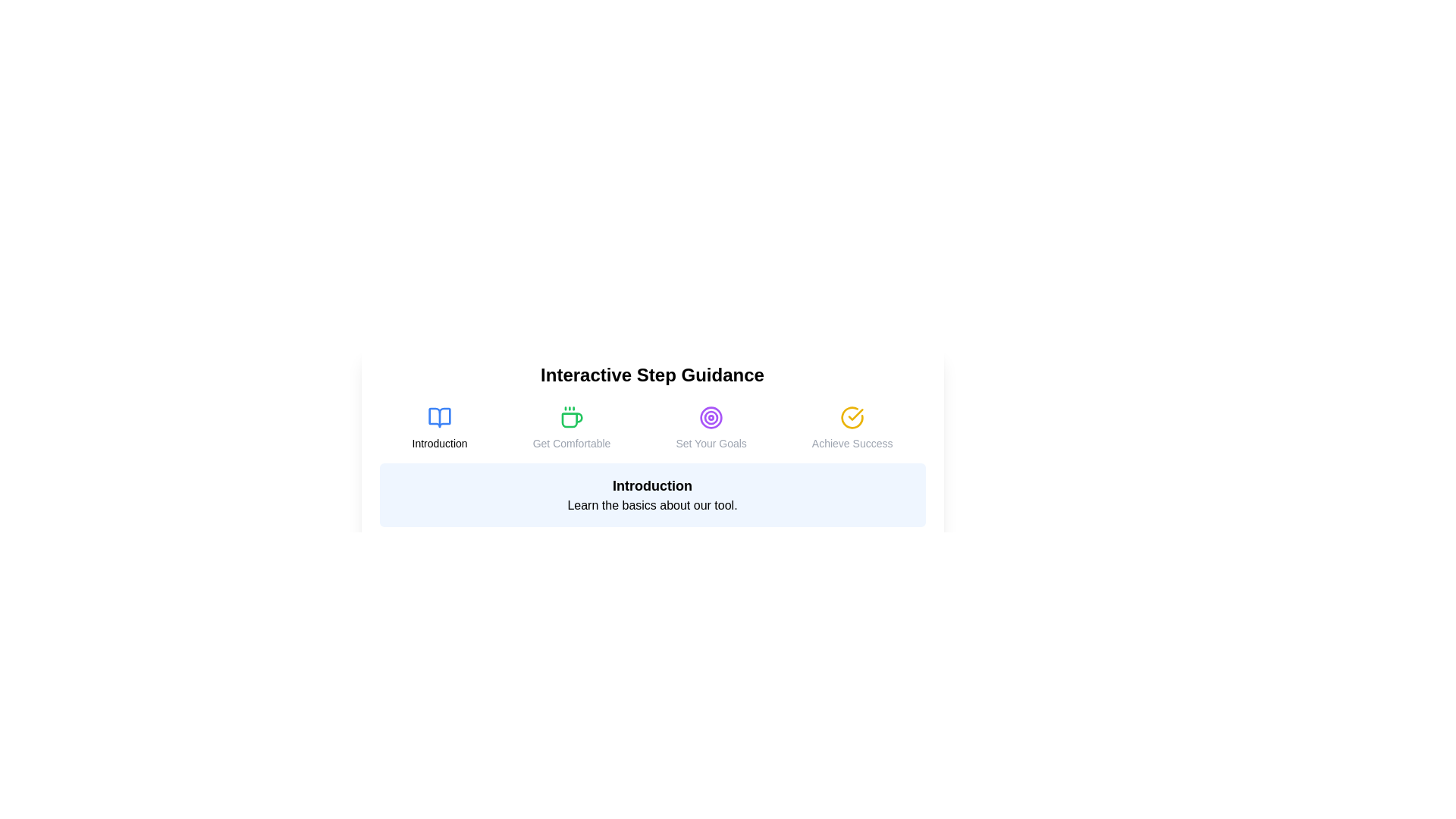  What do you see at coordinates (901, 554) in the screenshot?
I see `the 'Next' button located on the bottom-right side of the interface to navigate to the next step` at bounding box center [901, 554].